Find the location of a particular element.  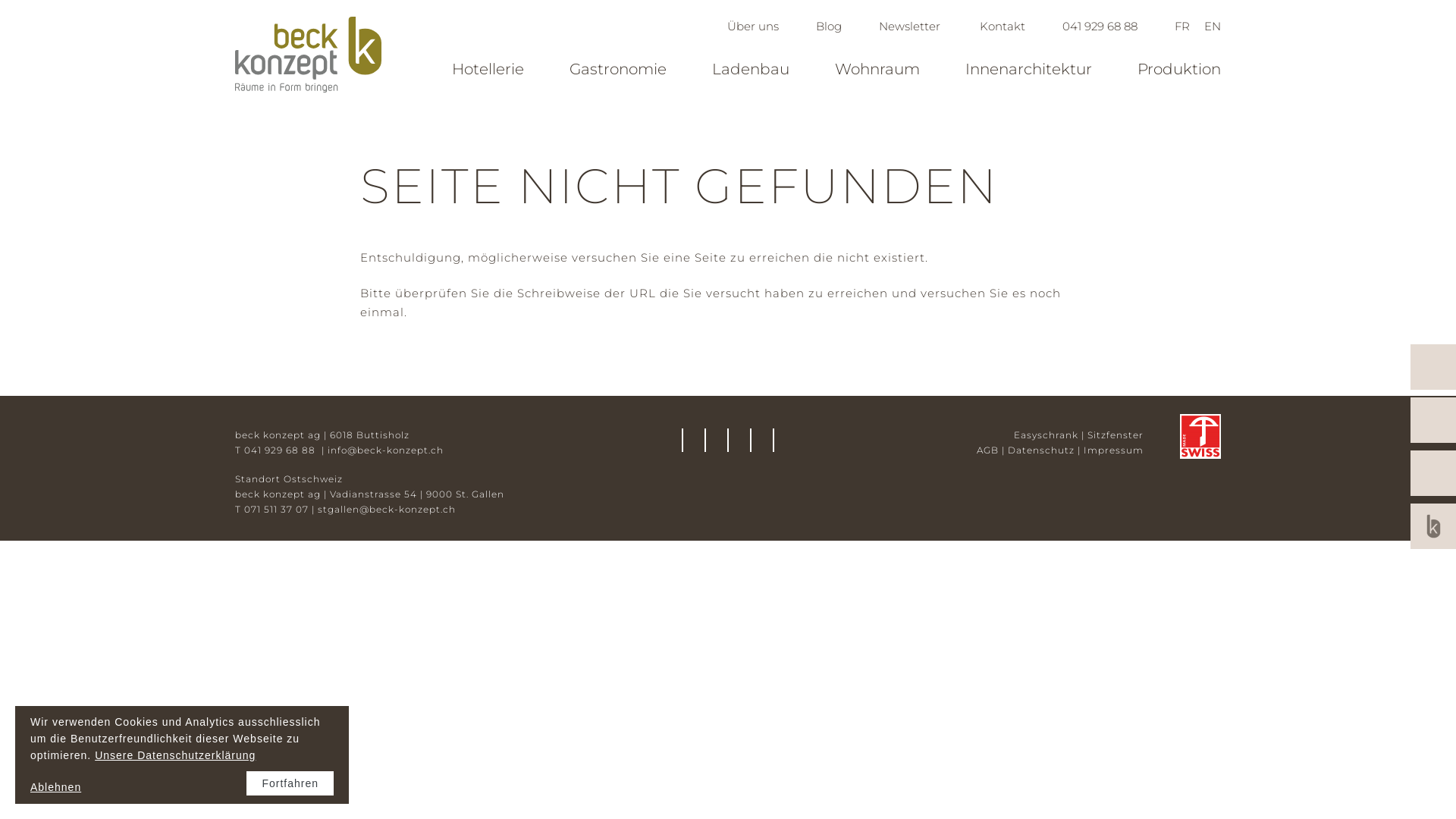

'stgallen@beck-konzept.ch' is located at coordinates (316, 509).